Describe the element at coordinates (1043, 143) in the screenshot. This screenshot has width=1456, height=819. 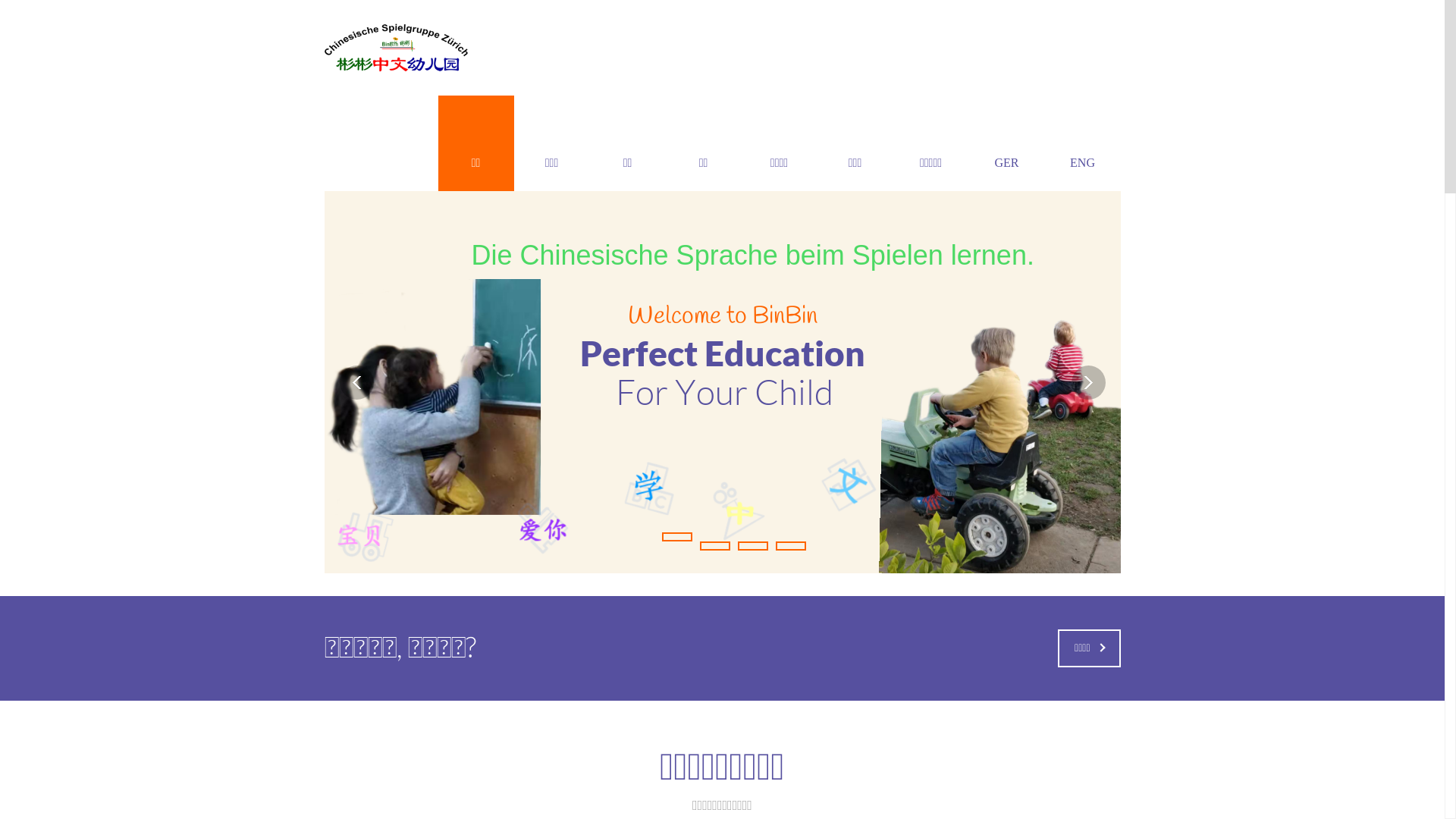
I see `'ENG'` at that location.